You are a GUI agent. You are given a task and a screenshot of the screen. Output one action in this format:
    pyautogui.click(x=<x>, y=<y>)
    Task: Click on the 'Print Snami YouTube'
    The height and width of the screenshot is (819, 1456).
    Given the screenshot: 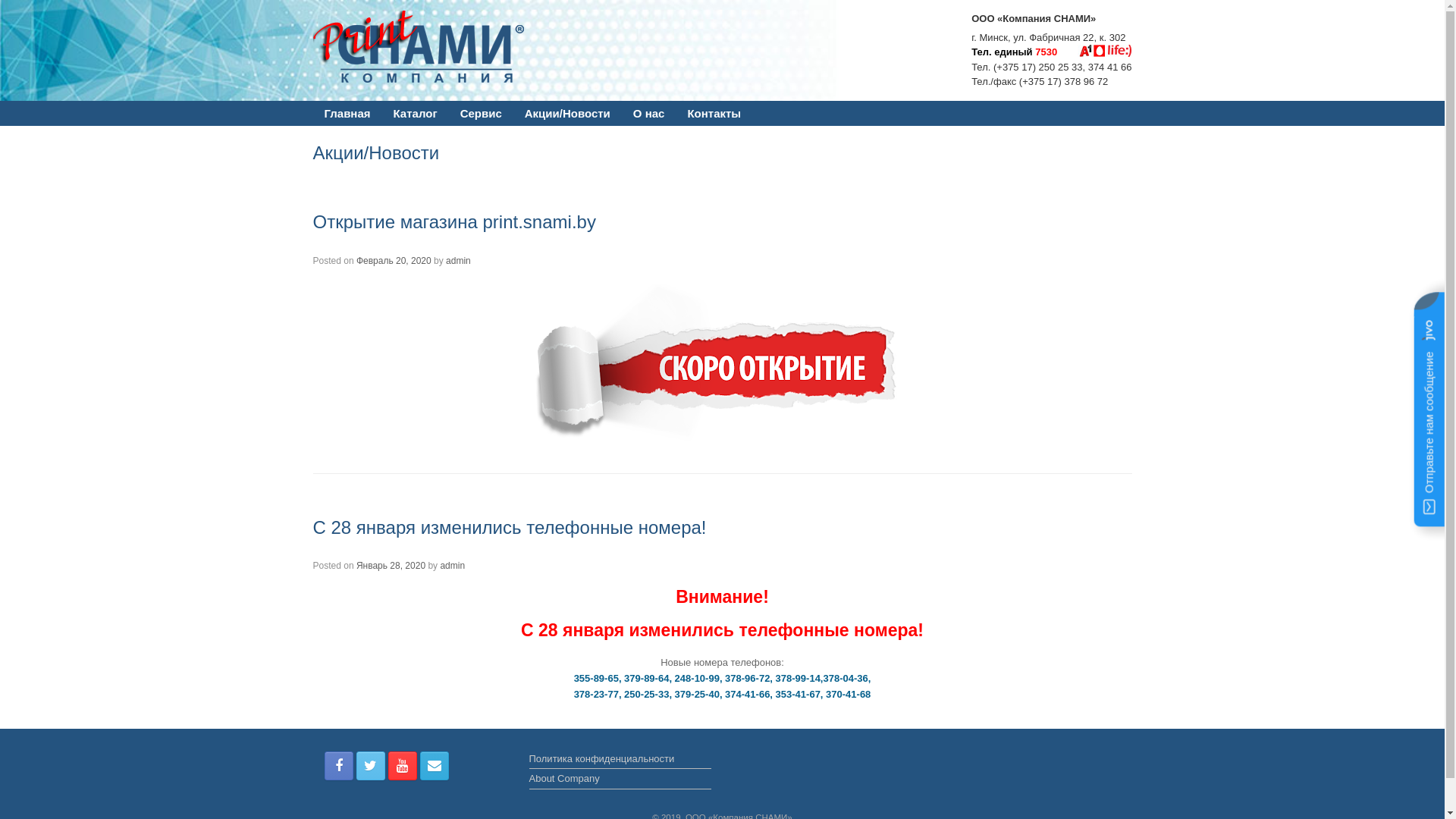 What is the action you would take?
    pyautogui.click(x=403, y=766)
    